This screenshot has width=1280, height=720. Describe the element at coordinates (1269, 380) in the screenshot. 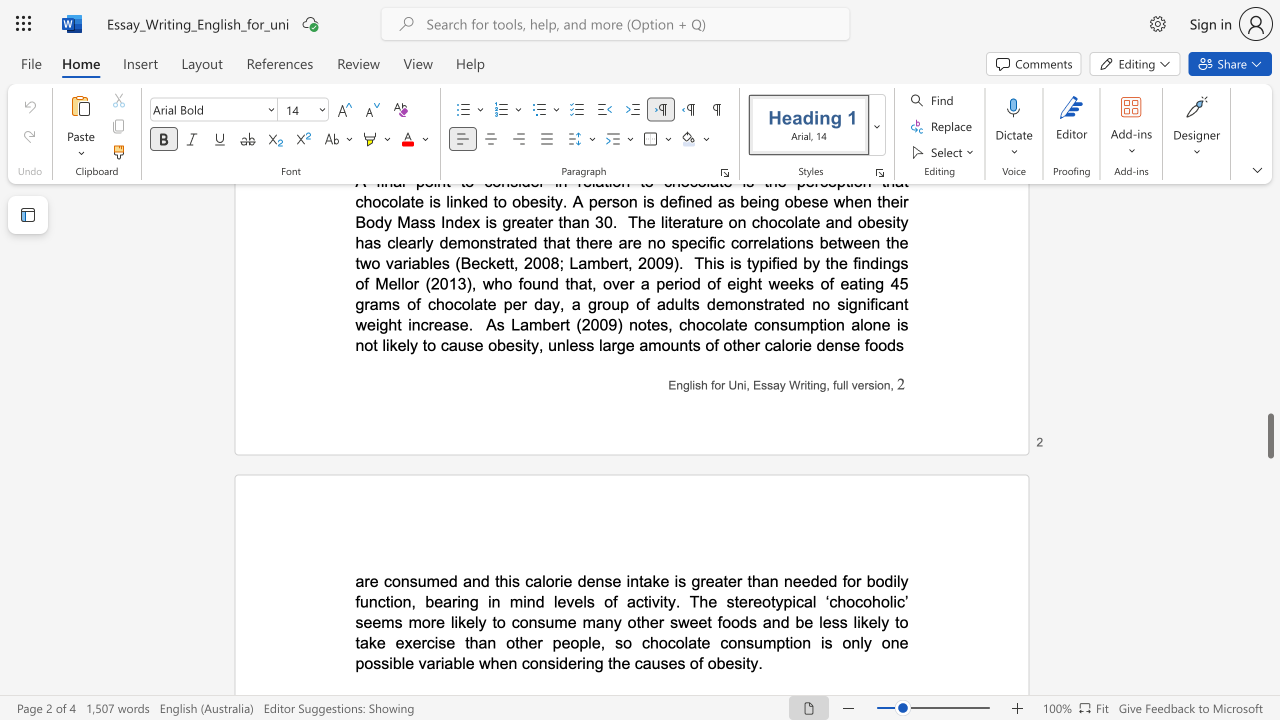

I see `the vertical scrollbar to raise the page content` at that location.